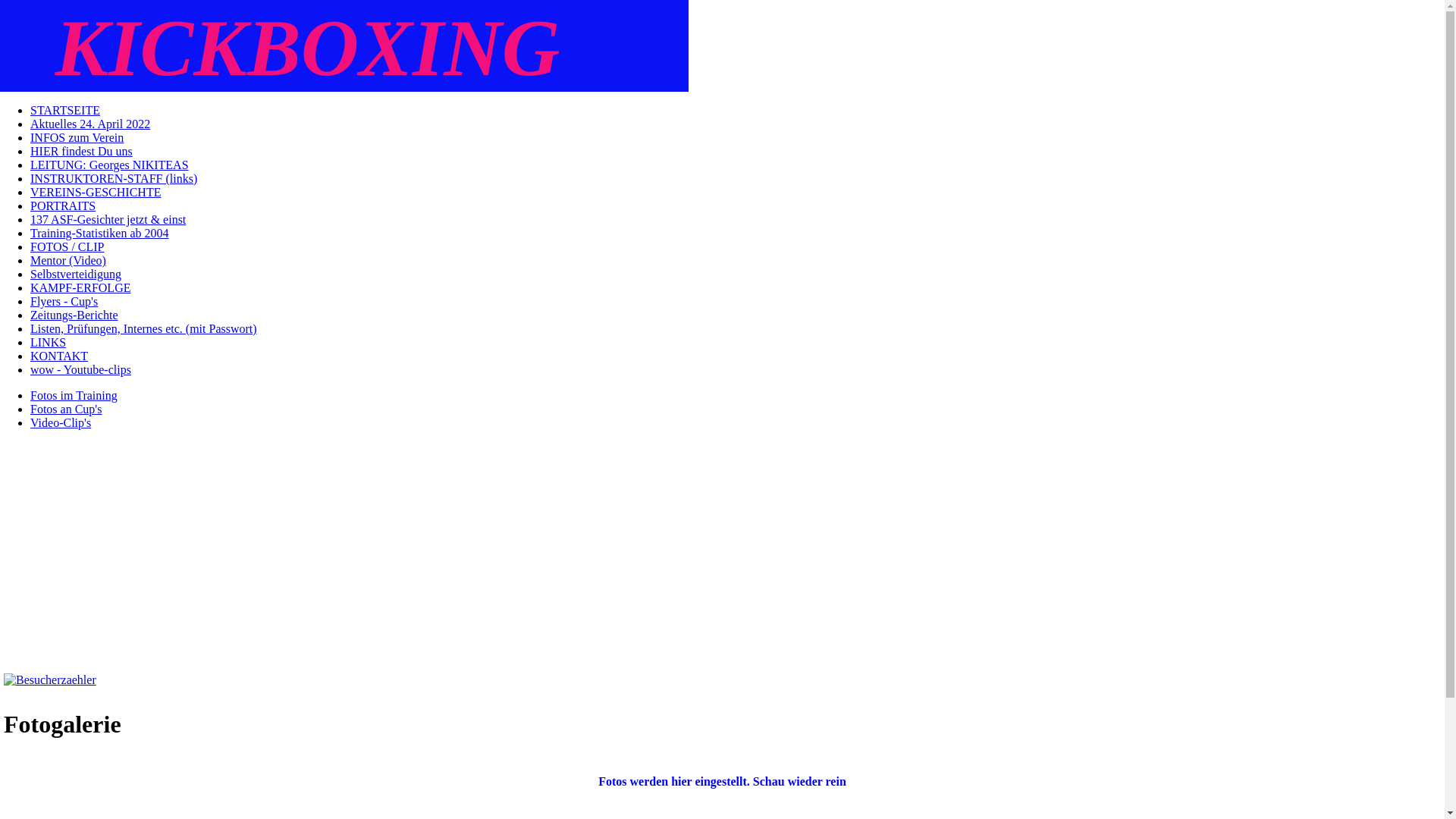 Image resolution: width=1456 pixels, height=819 pixels. Describe the element at coordinates (75, 274) in the screenshot. I see `'Selbstverteidigung'` at that location.